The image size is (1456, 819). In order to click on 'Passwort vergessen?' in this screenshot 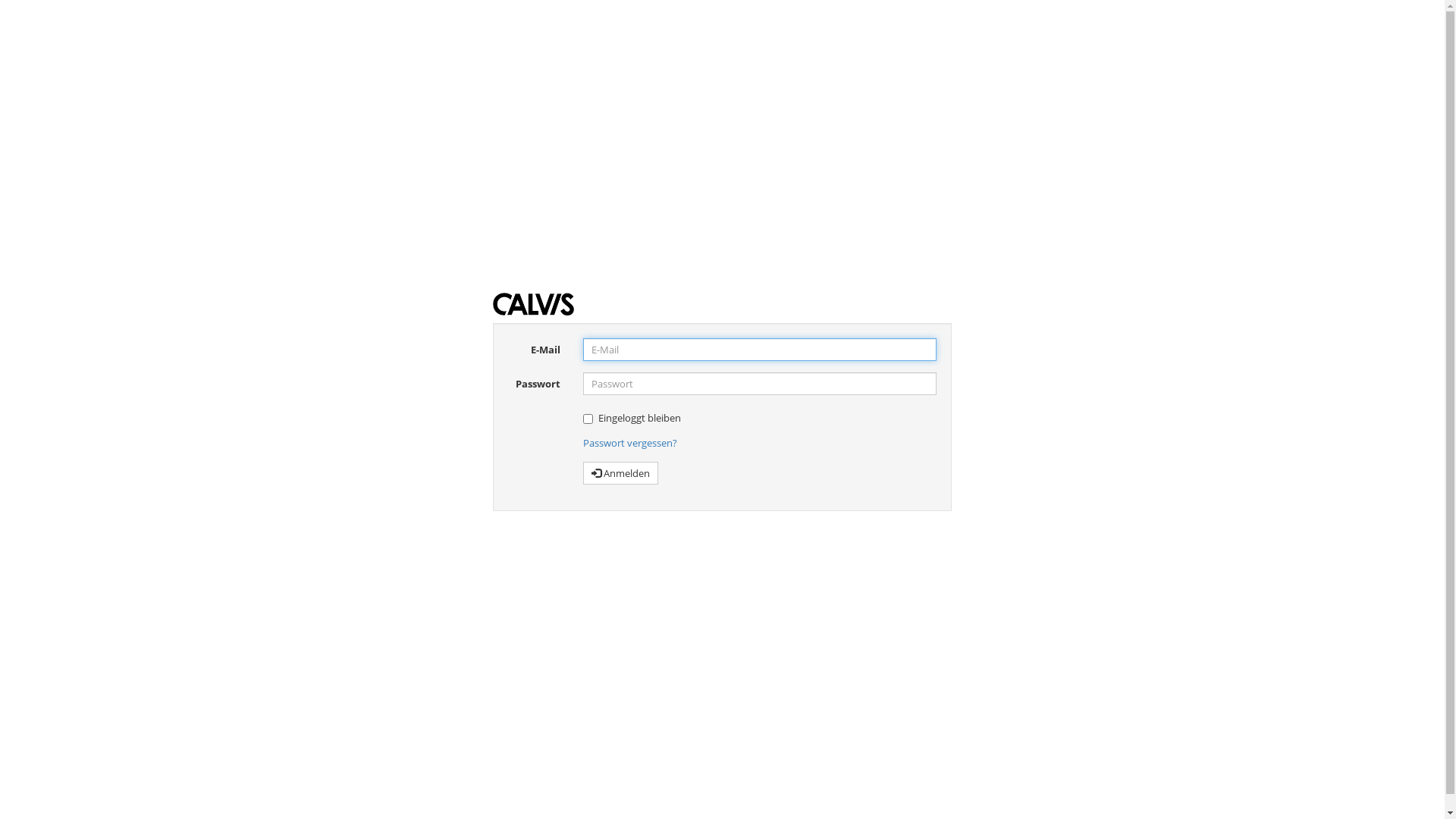, I will do `click(629, 442)`.